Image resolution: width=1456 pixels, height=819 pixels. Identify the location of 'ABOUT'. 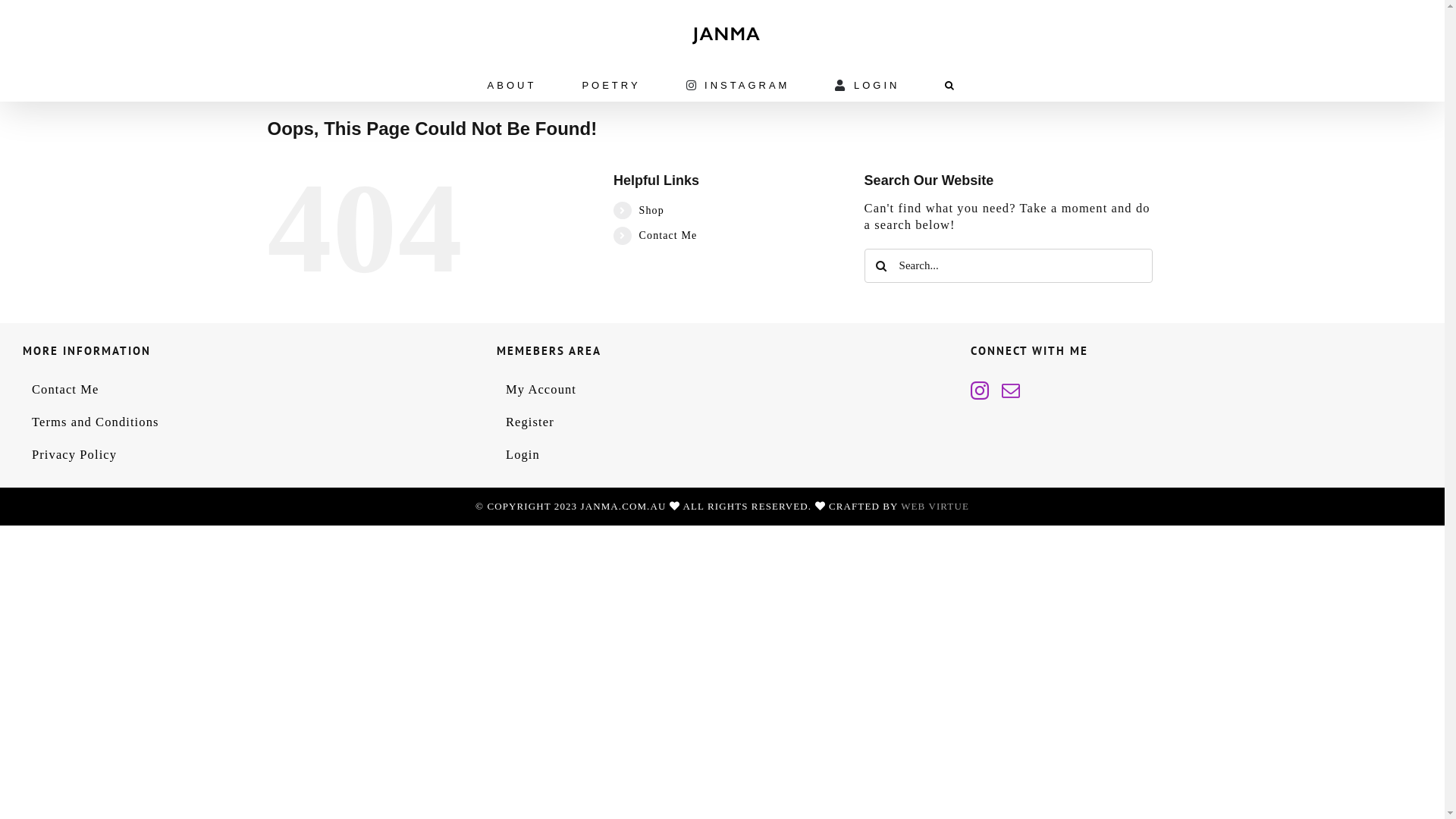
(512, 84).